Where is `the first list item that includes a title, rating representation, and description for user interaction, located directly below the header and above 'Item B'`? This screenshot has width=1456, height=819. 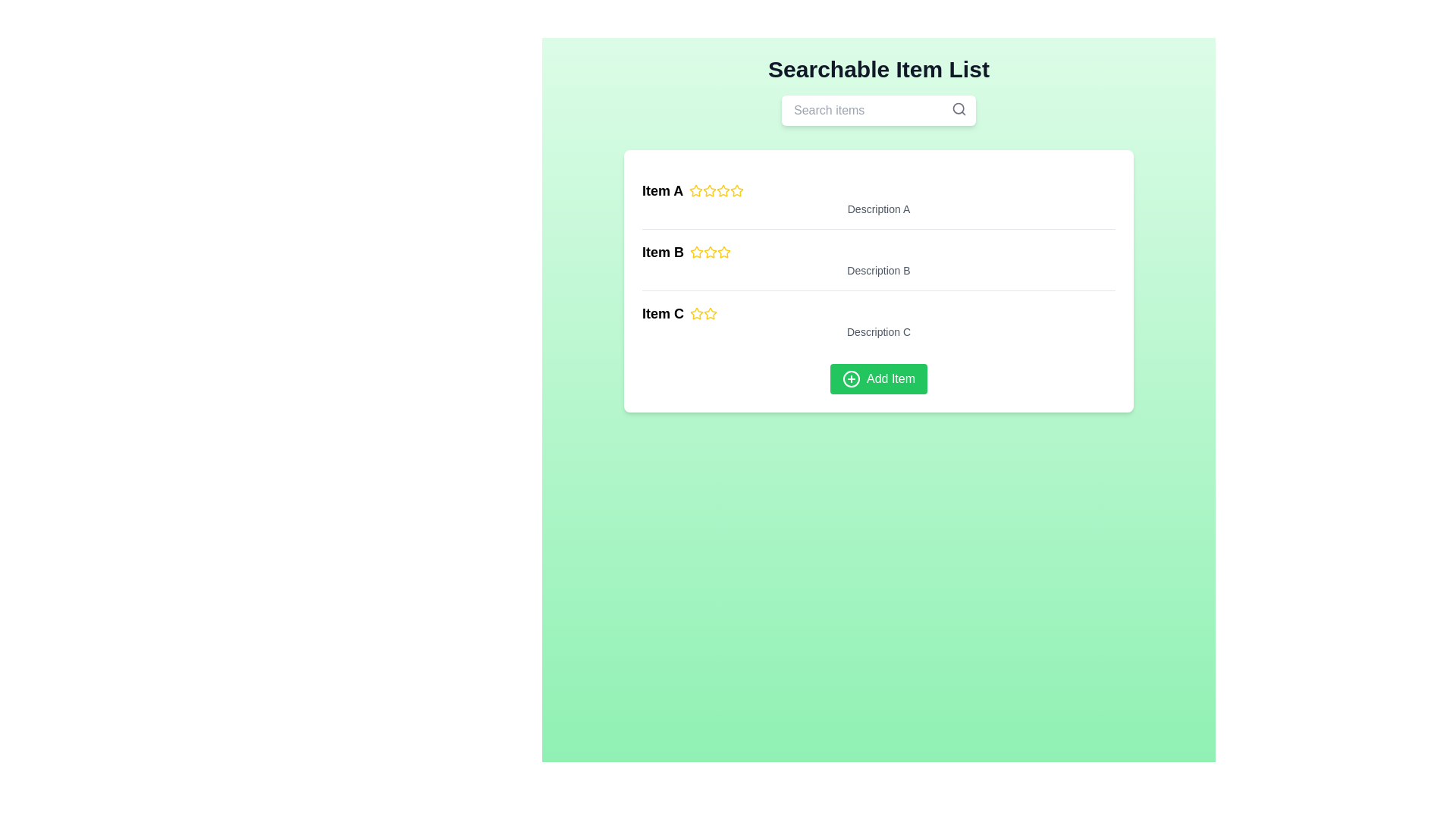 the first list item that includes a title, rating representation, and description for user interaction, located directly below the header and above 'Item B' is located at coordinates (878, 198).